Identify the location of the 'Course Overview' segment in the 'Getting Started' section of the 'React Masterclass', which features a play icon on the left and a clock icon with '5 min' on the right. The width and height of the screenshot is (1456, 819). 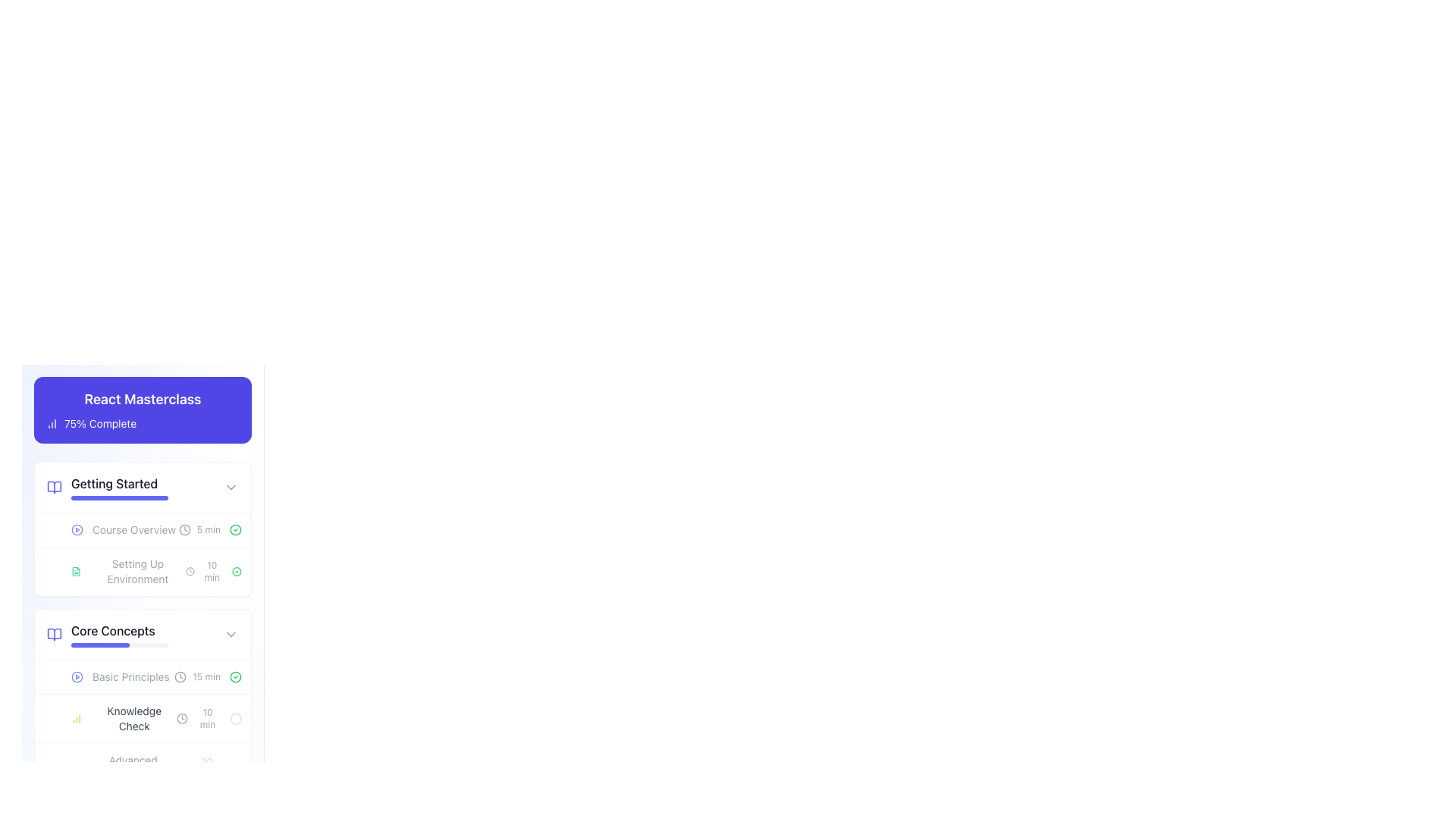
(124, 529).